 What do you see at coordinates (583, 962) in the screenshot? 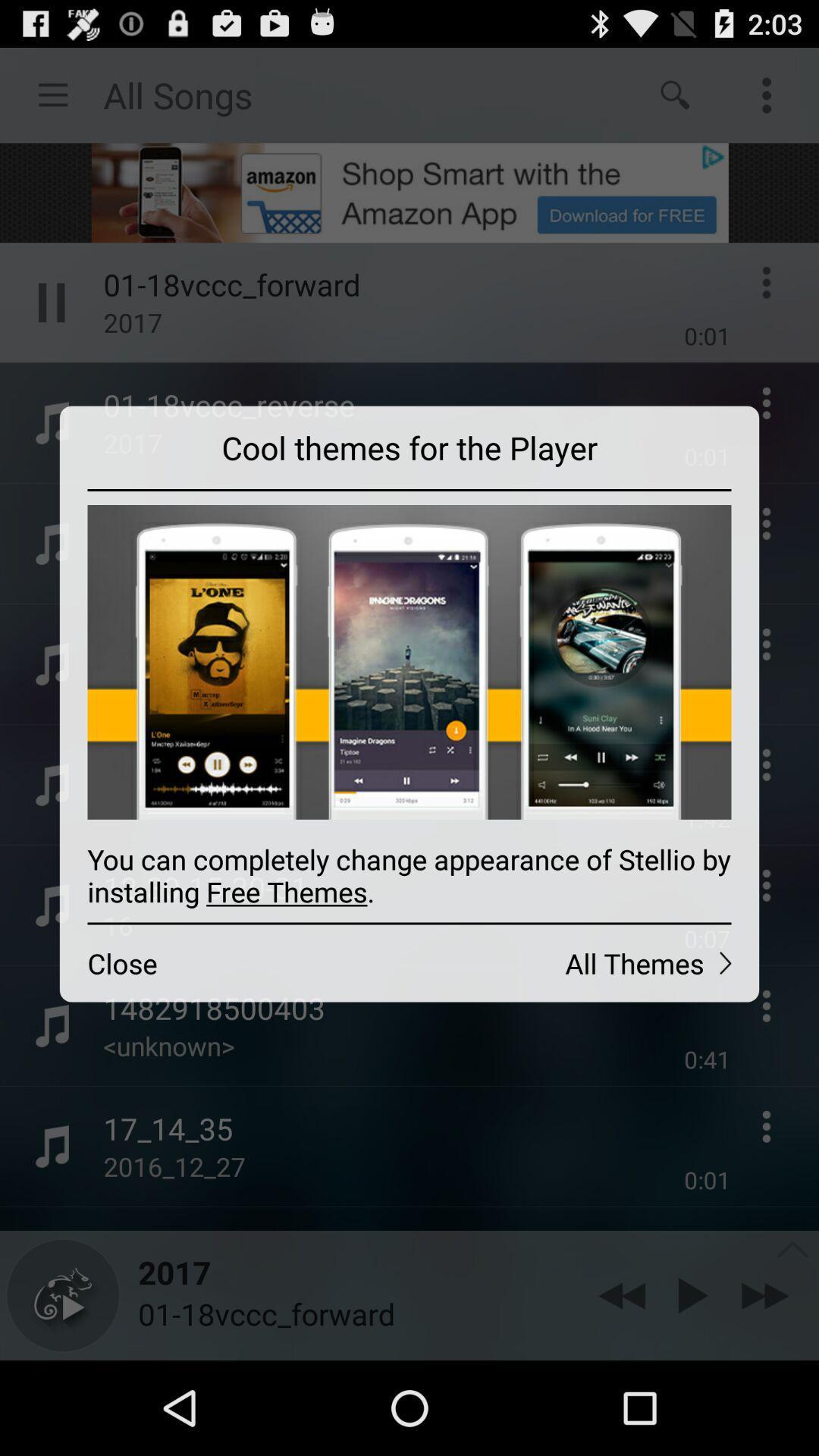
I see `the all themes on the right` at bounding box center [583, 962].